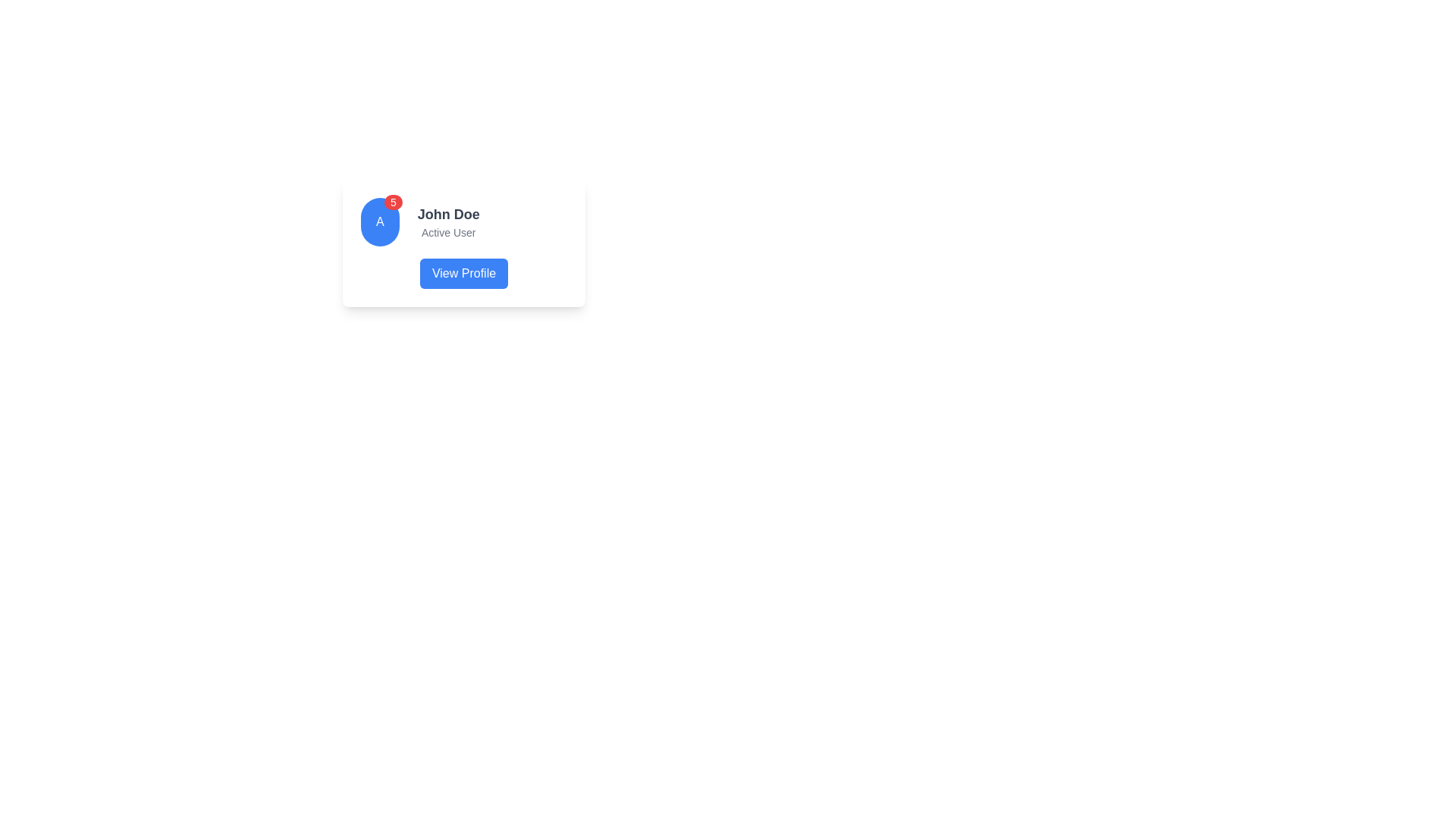  I want to click on the text label displaying 'John Doe', which is prominently featured in bold and lightly stylized font, positioned above the subtitle 'Active User' and to the right of a circular avatar image, so click(447, 214).